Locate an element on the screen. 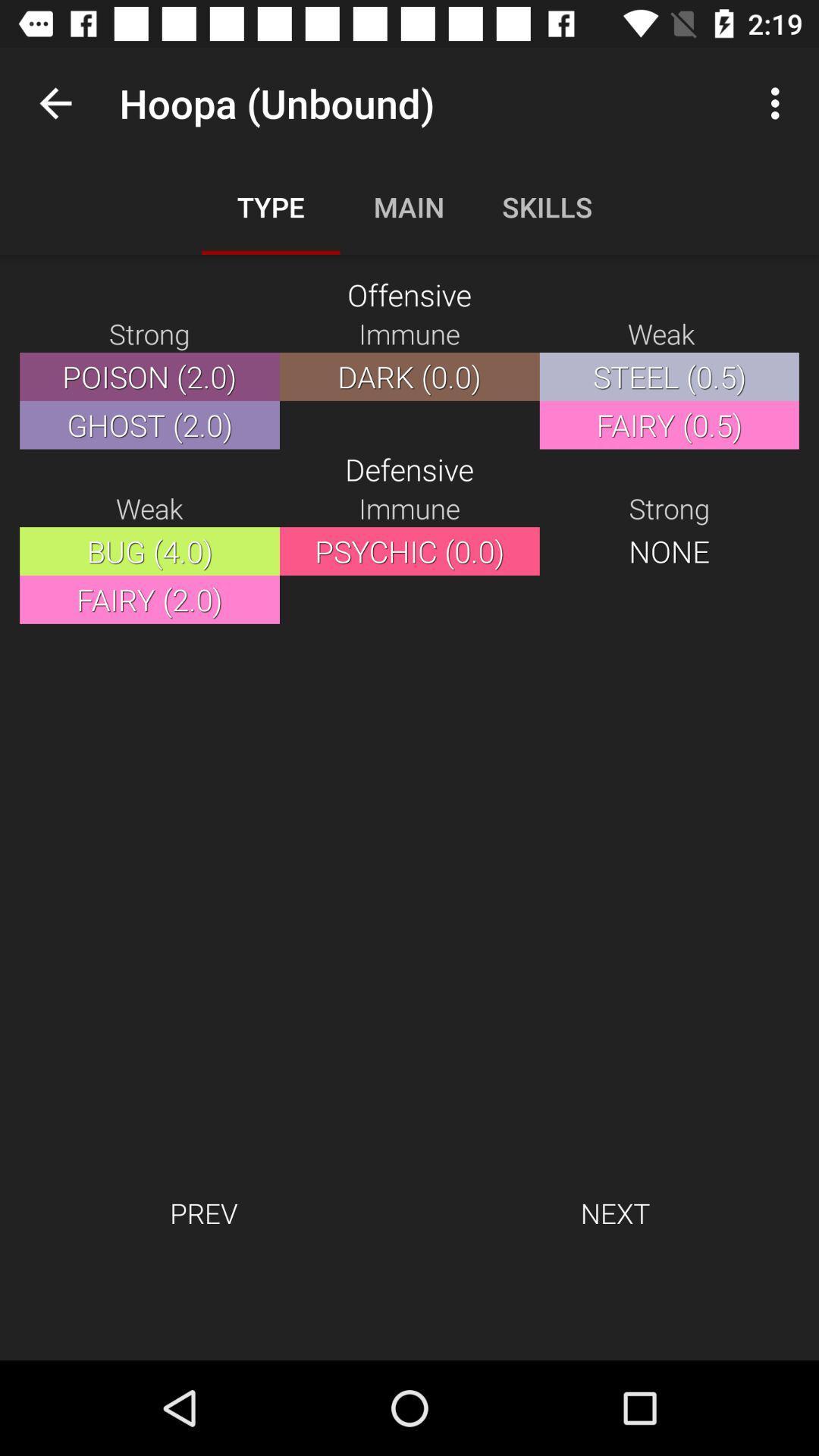 This screenshot has width=819, height=1456. item above strong icon is located at coordinates (55, 102).